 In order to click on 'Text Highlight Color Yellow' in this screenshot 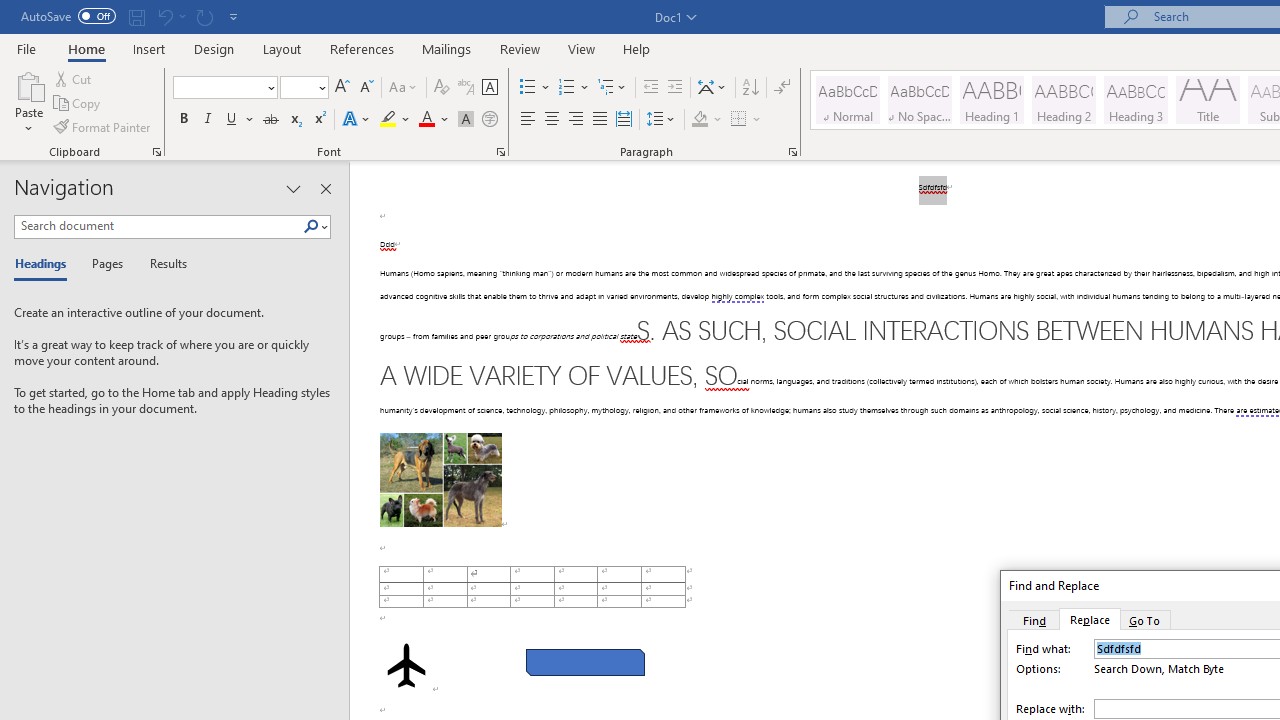, I will do `click(388, 119)`.